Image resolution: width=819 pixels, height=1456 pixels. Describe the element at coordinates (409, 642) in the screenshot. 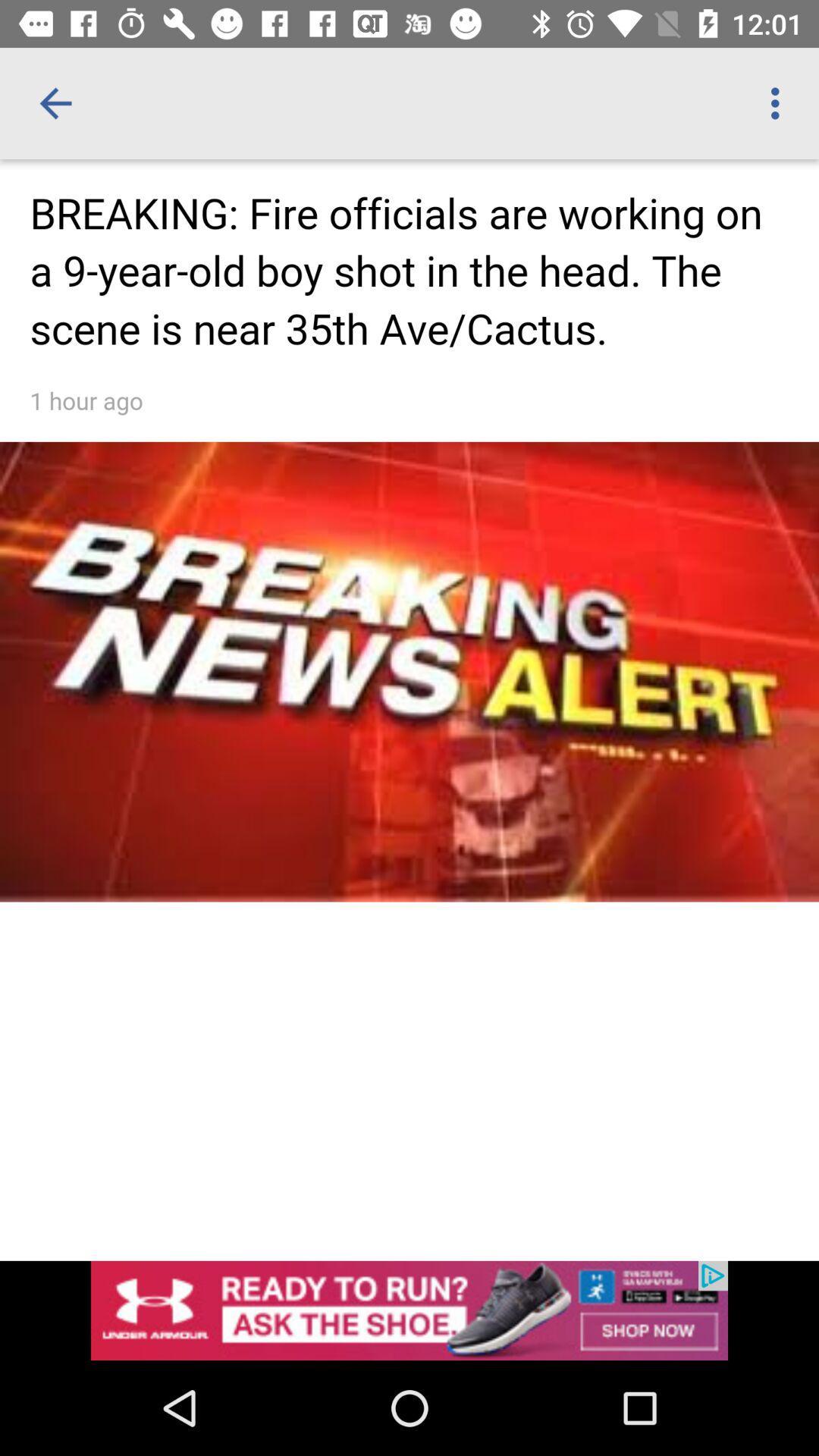

I see `open the story` at that location.